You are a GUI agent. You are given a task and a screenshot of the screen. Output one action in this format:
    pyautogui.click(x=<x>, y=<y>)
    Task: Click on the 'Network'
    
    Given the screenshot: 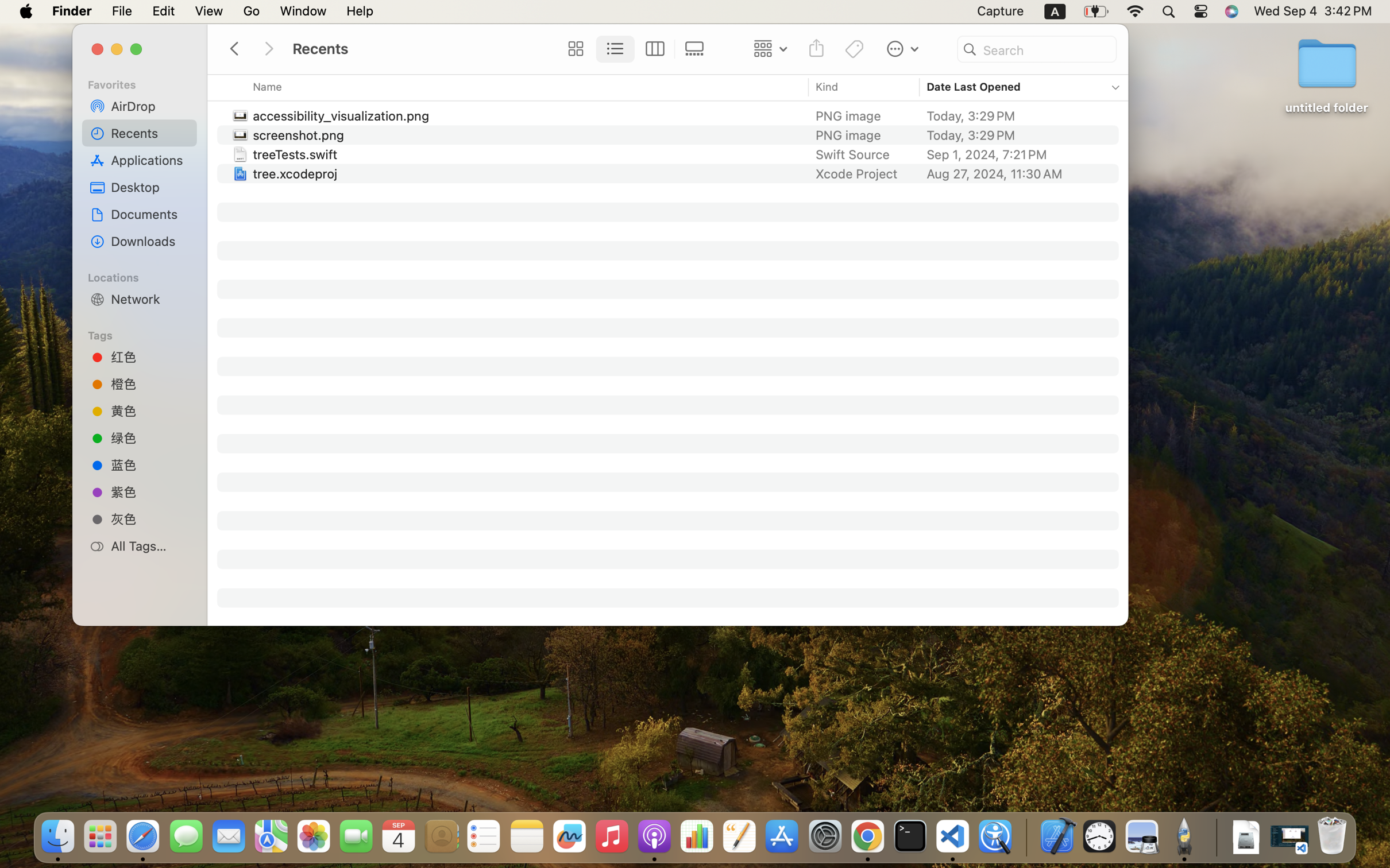 What is the action you would take?
    pyautogui.click(x=149, y=298)
    